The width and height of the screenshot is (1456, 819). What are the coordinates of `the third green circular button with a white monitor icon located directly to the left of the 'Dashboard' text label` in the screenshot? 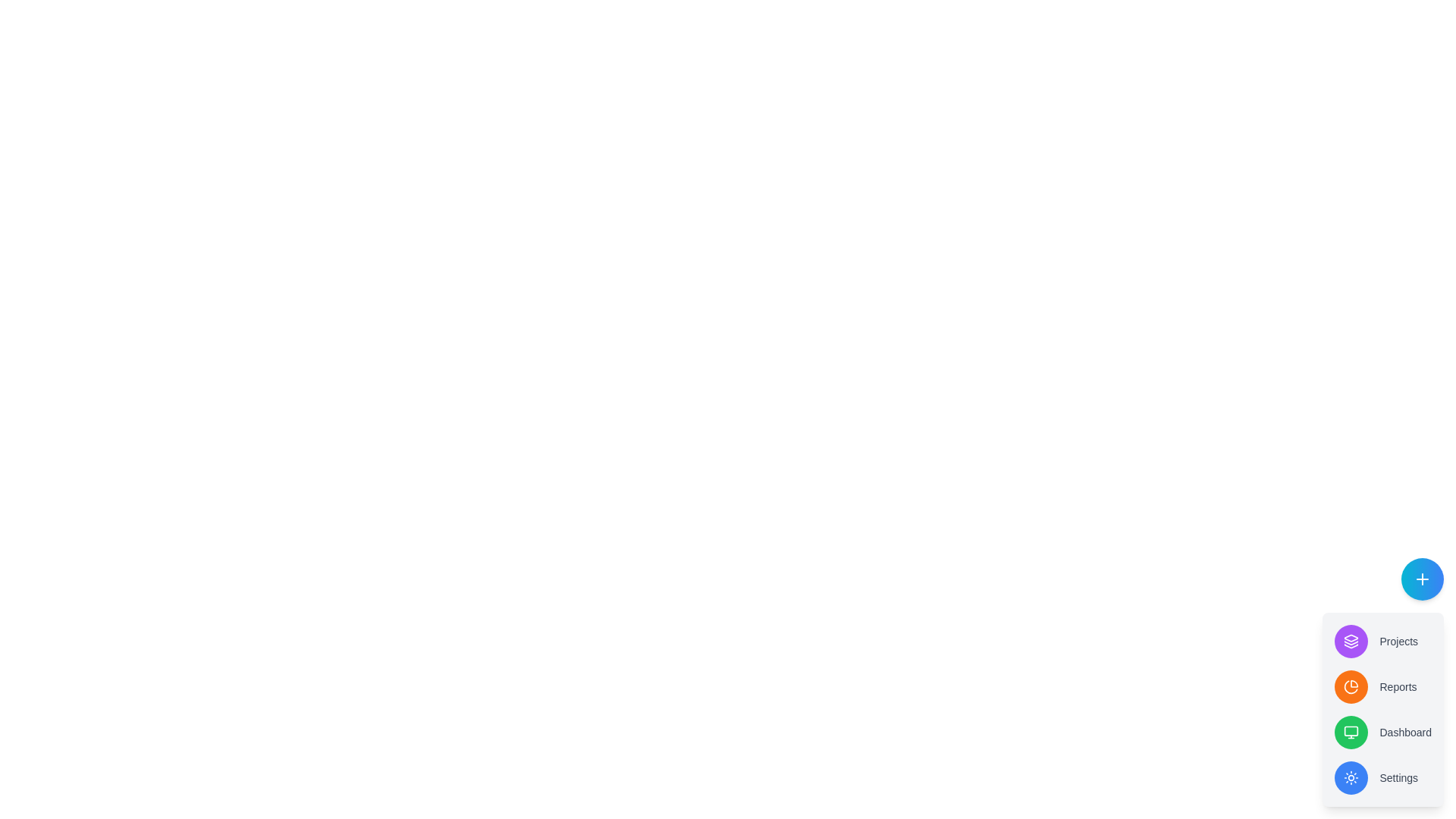 It's located at (1351, 731).